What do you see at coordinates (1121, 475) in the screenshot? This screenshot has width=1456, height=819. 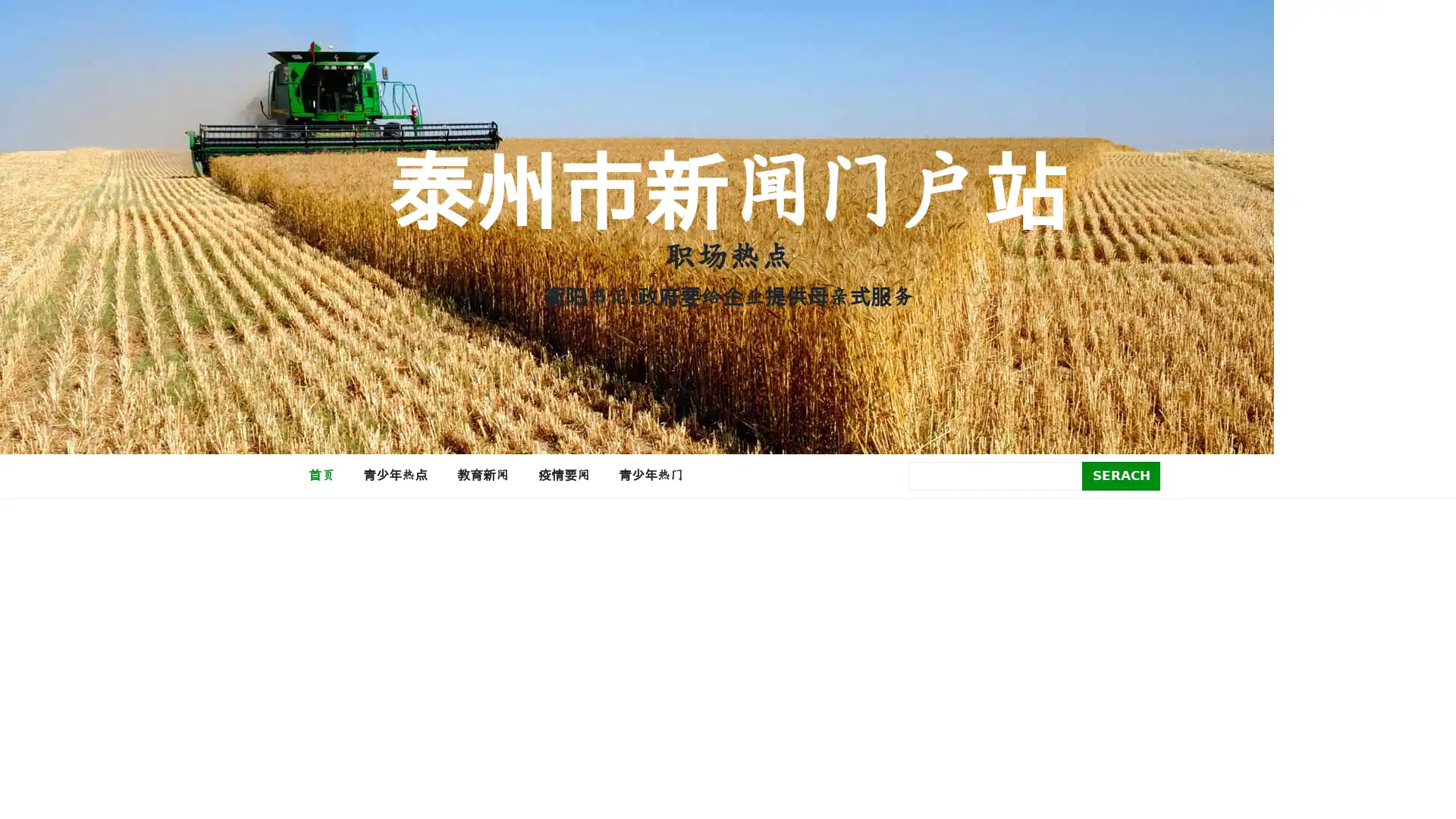 I see `serach` at bounding box center [1121, 475].